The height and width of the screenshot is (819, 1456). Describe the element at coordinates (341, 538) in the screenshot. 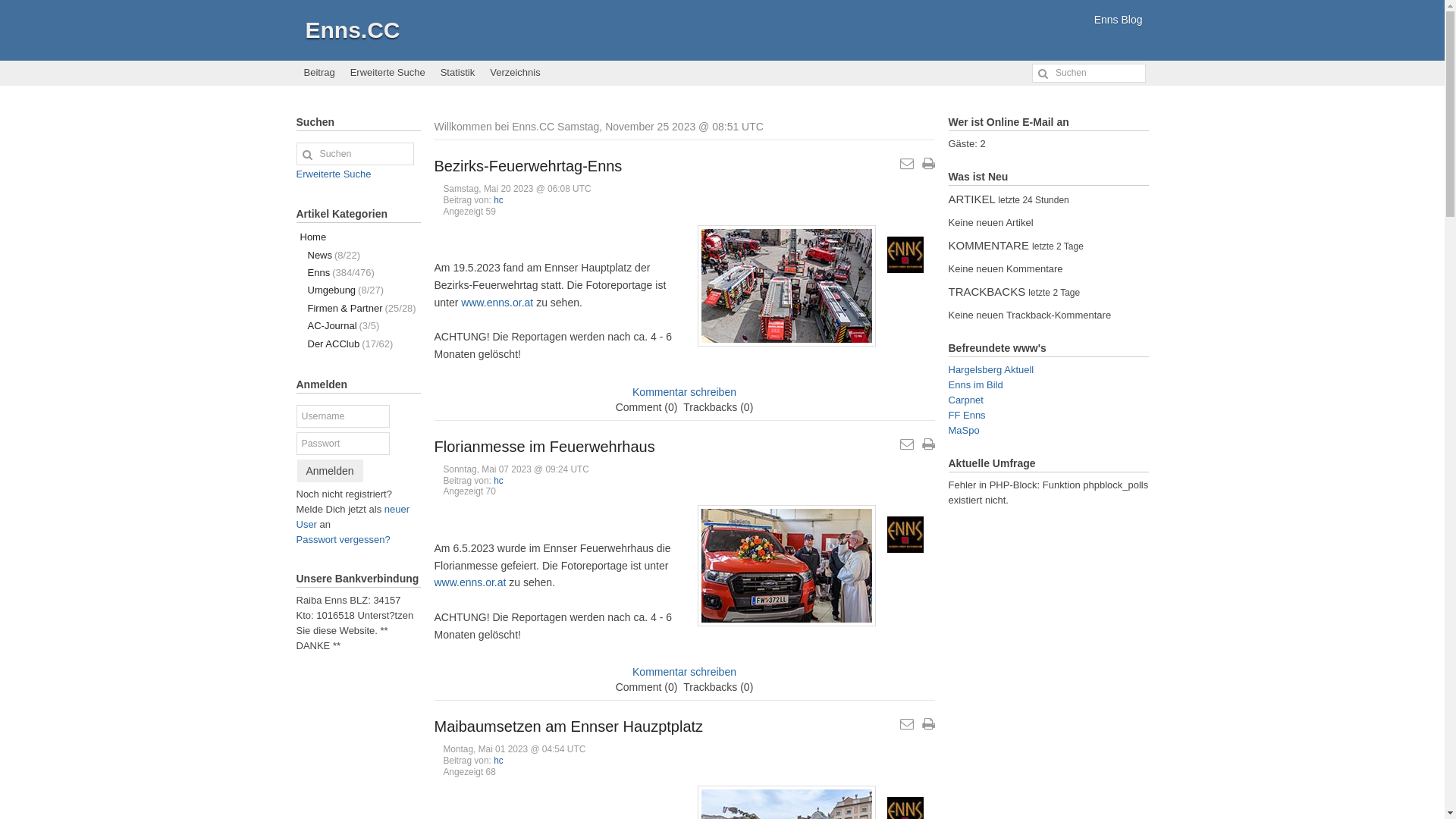

I see `'Passwort vergessen?'` at that location.